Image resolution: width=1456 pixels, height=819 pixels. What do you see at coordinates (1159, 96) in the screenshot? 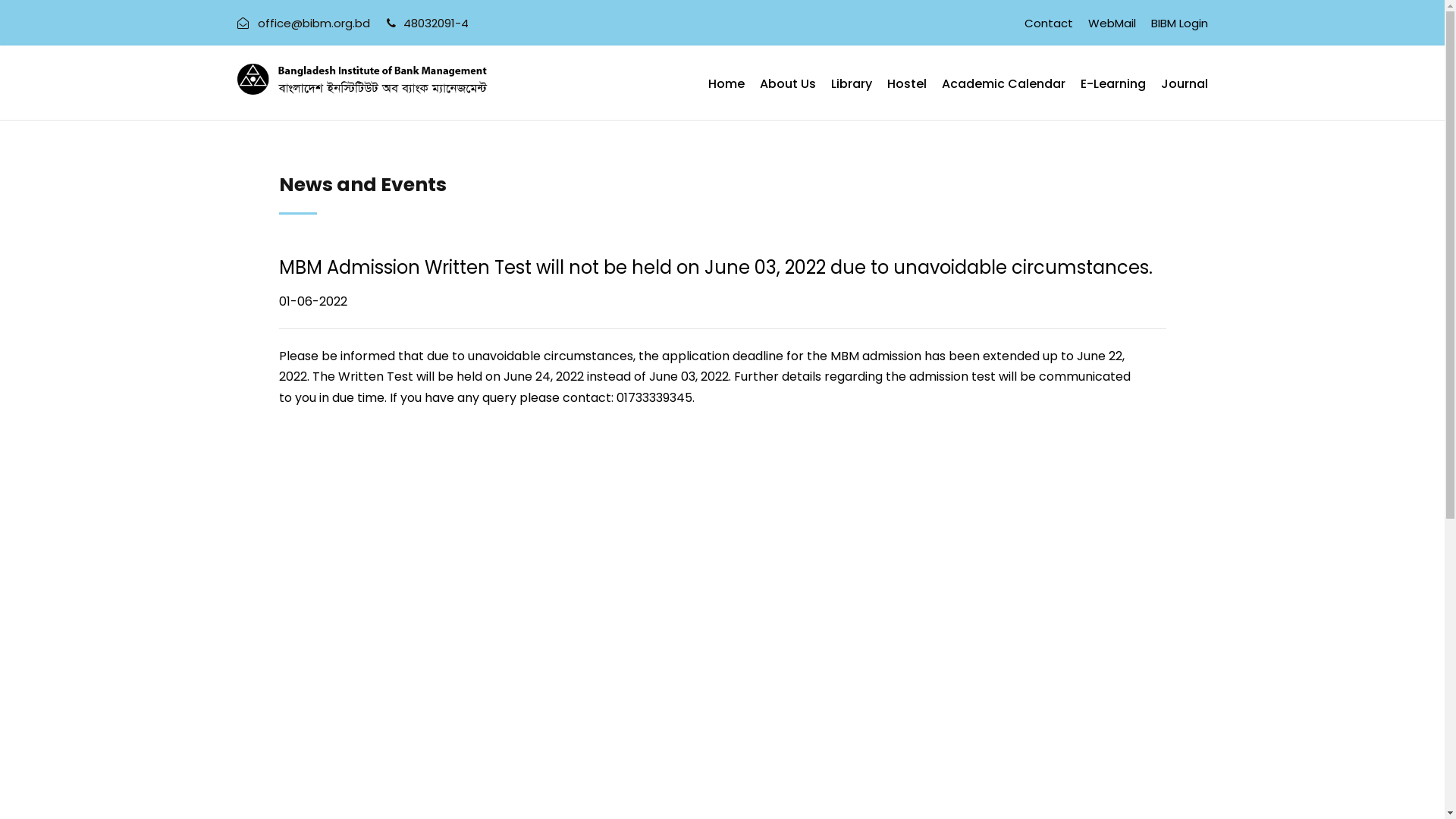
I see `'Journal'` at bounding box center [1159, 96].